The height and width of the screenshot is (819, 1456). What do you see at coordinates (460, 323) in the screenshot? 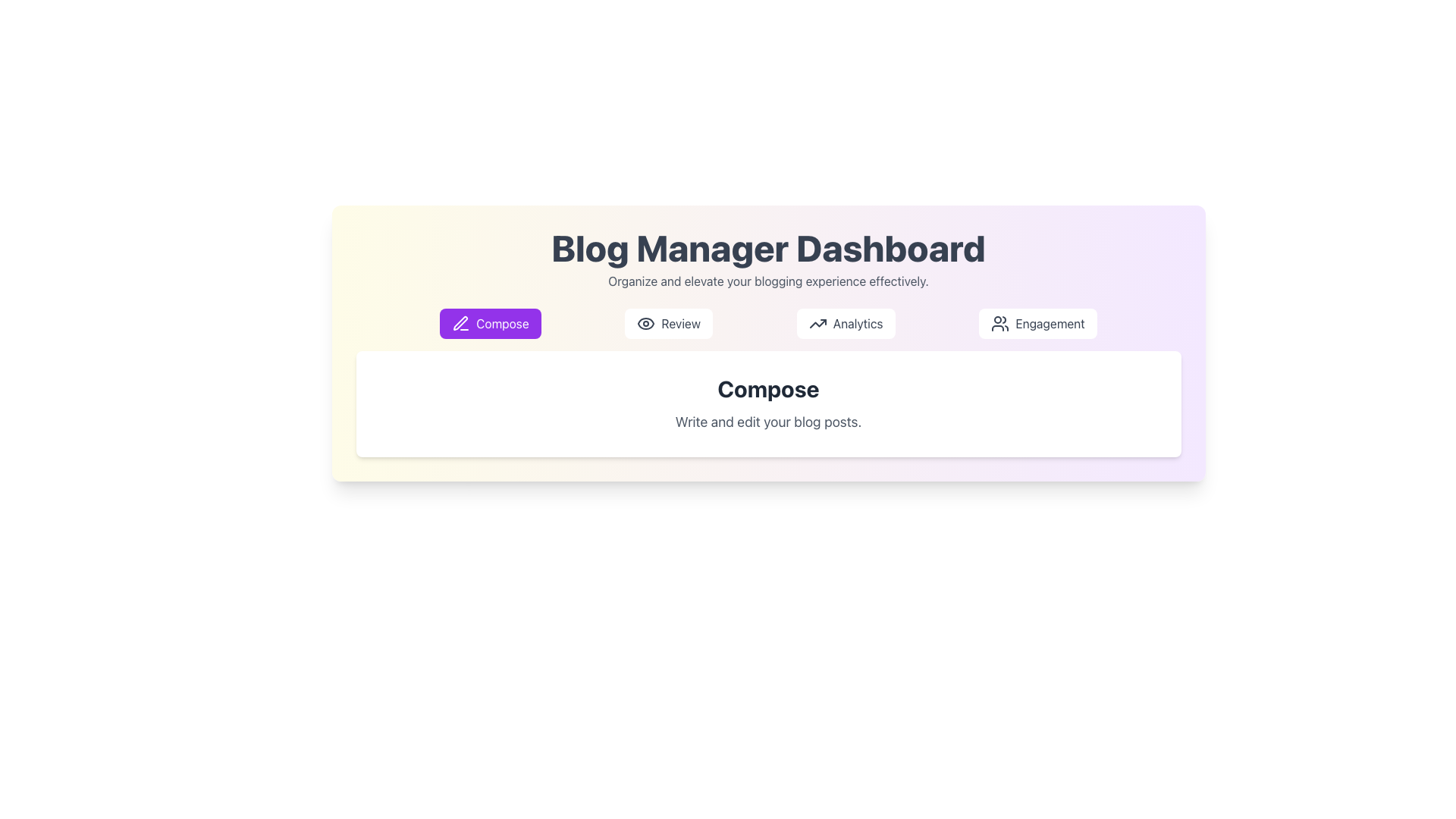
I see `the 'Compose' icon located in the leftmost button of the button group below the 'Blog Manager Dashboard' heading for accessibility support` at bounding box center [460, 323].